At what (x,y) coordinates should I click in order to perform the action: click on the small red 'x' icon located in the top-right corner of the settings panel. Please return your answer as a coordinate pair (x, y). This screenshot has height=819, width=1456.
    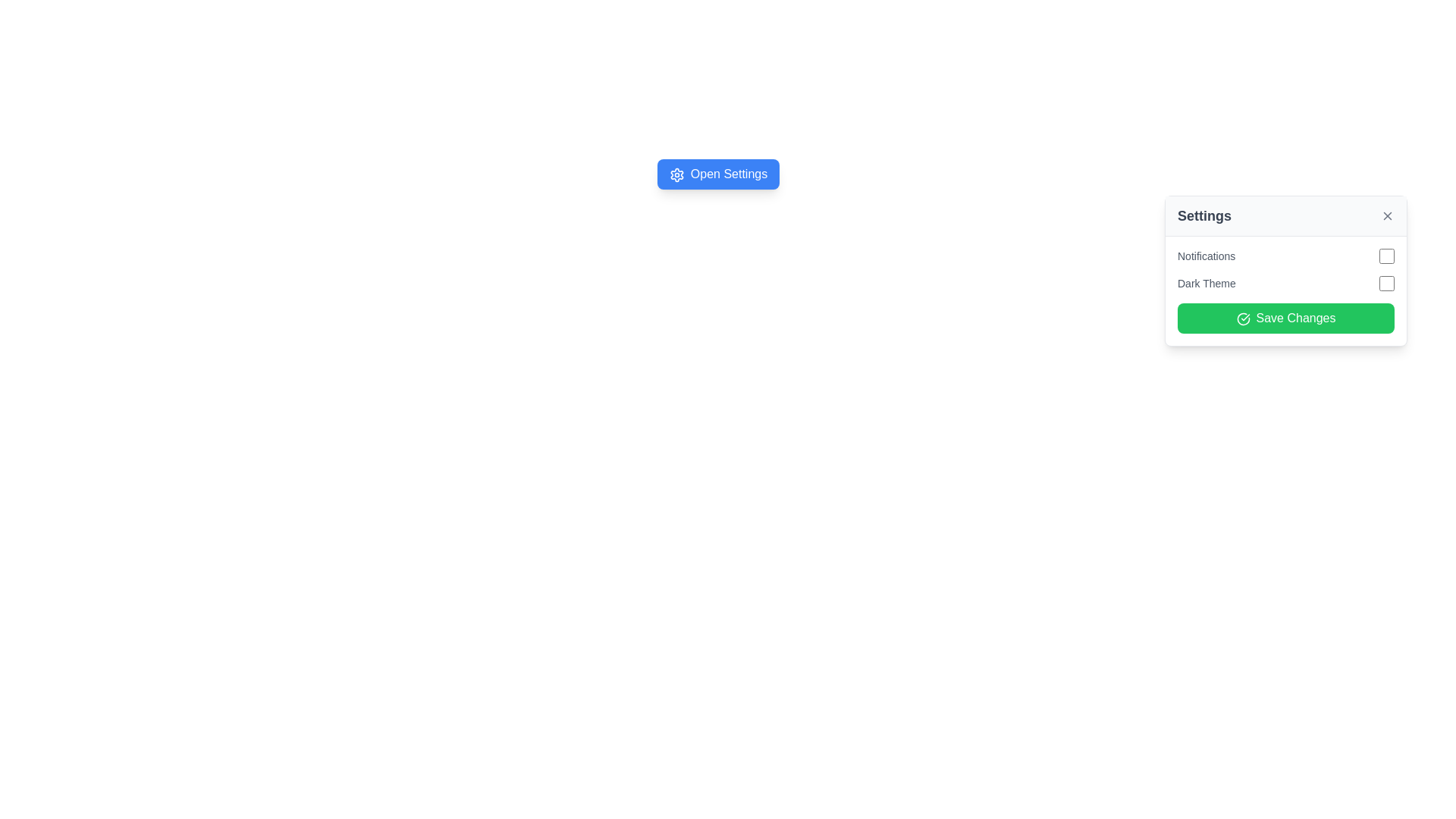
    Looking at the image, I should click on (1387, 216).